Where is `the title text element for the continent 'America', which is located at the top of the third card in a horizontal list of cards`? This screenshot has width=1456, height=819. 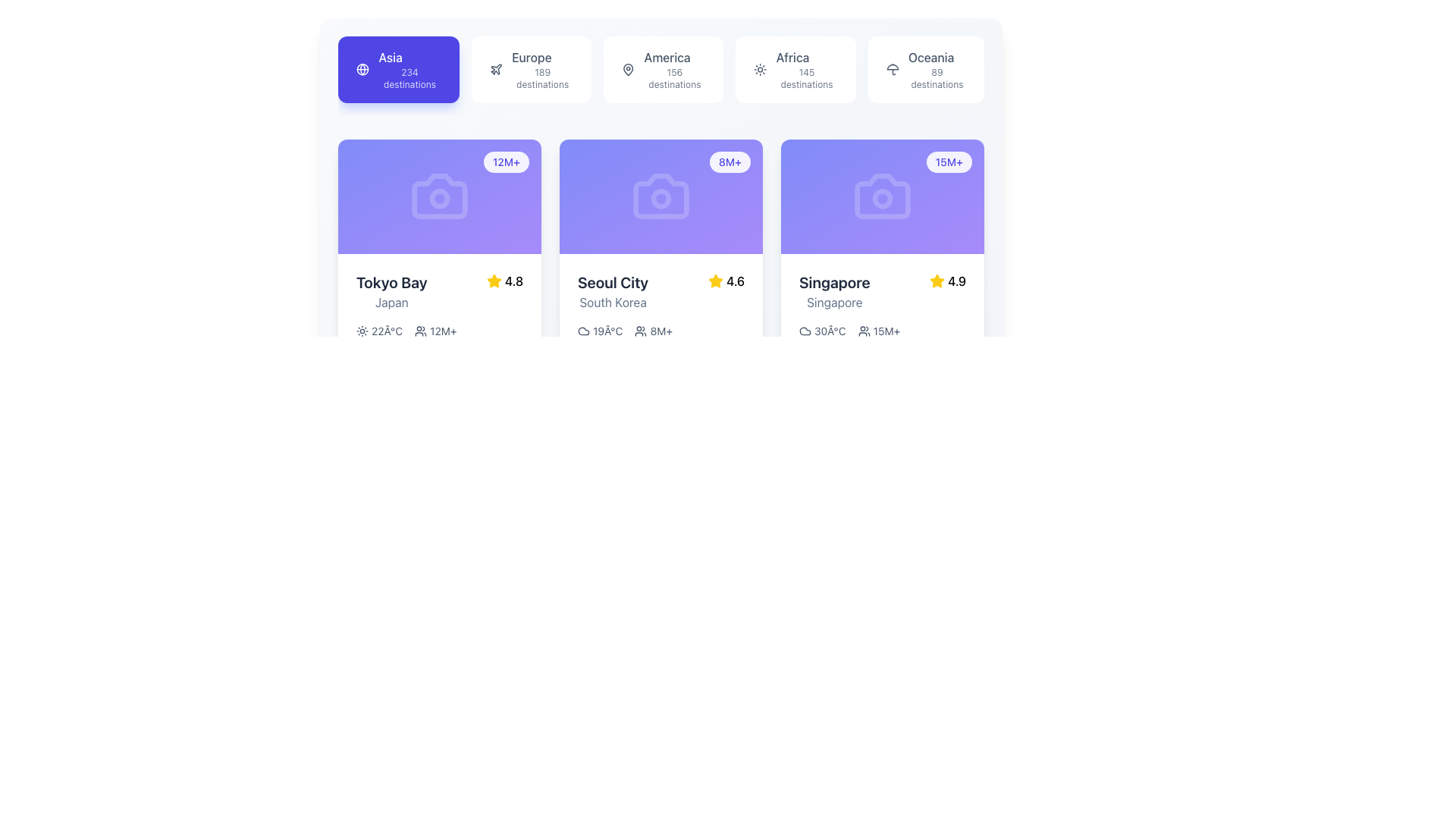
the title text element for the continent 'America', which is located at the top of the third card in a horizontal list of cards is located at coordinates (667, 57).